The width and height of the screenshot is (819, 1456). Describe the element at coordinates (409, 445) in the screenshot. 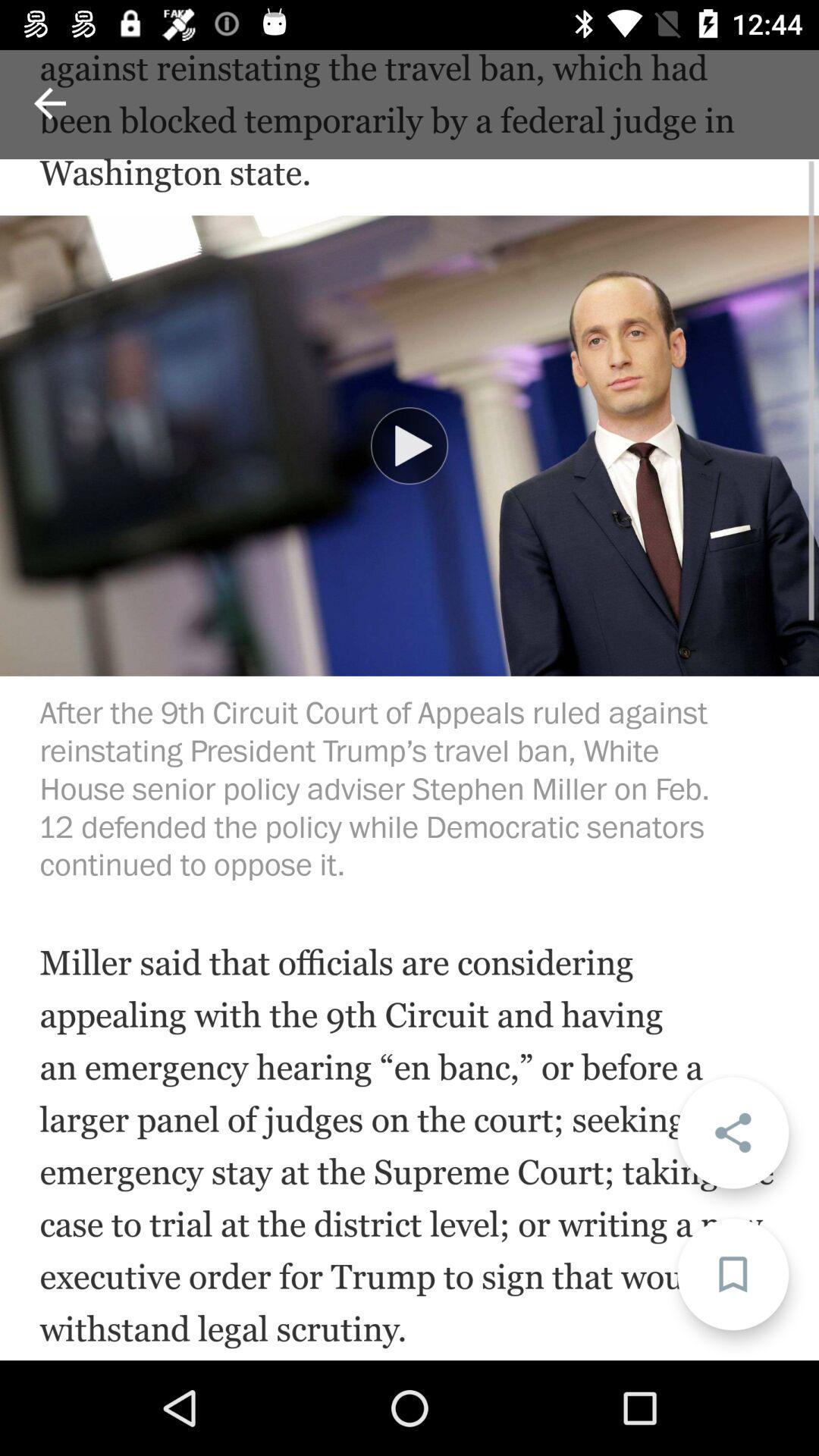

I see `play` at that location.